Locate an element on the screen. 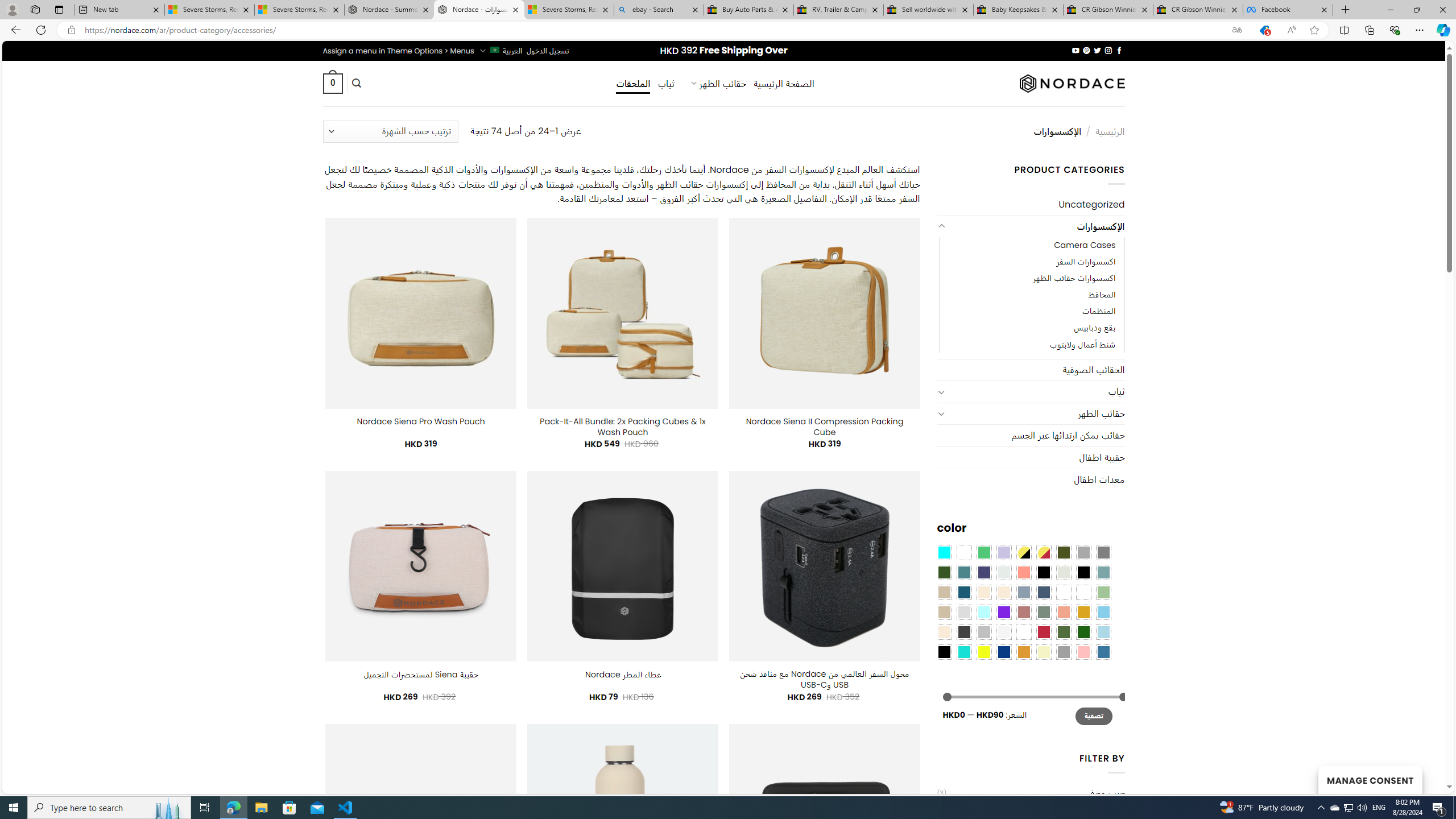  'Light Purple' is located at coordinates (1004, 551).